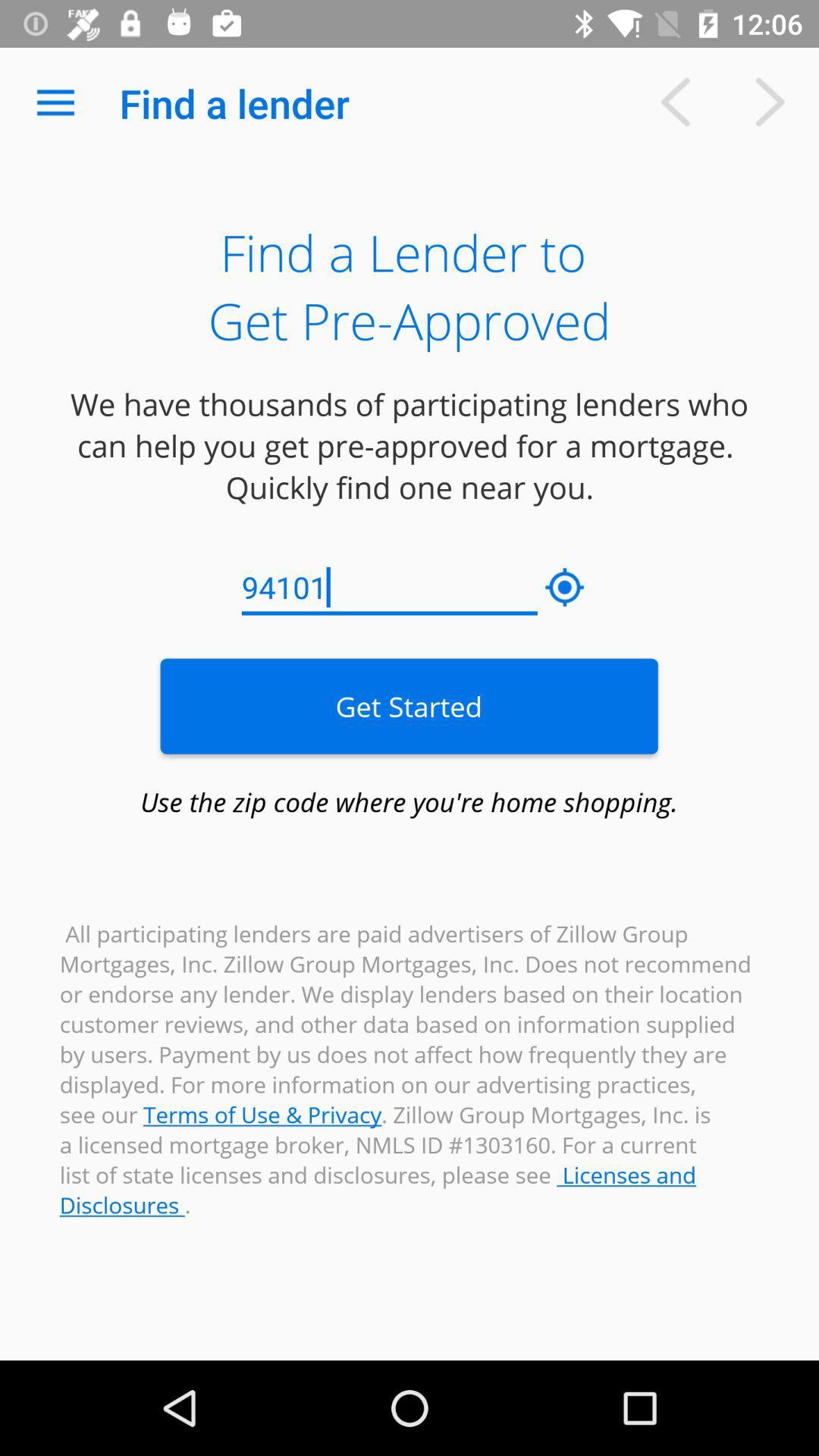 The width and height of the screenshot is (819, 1456). I want to click on item above the we have thousands item, so click(55, 102).